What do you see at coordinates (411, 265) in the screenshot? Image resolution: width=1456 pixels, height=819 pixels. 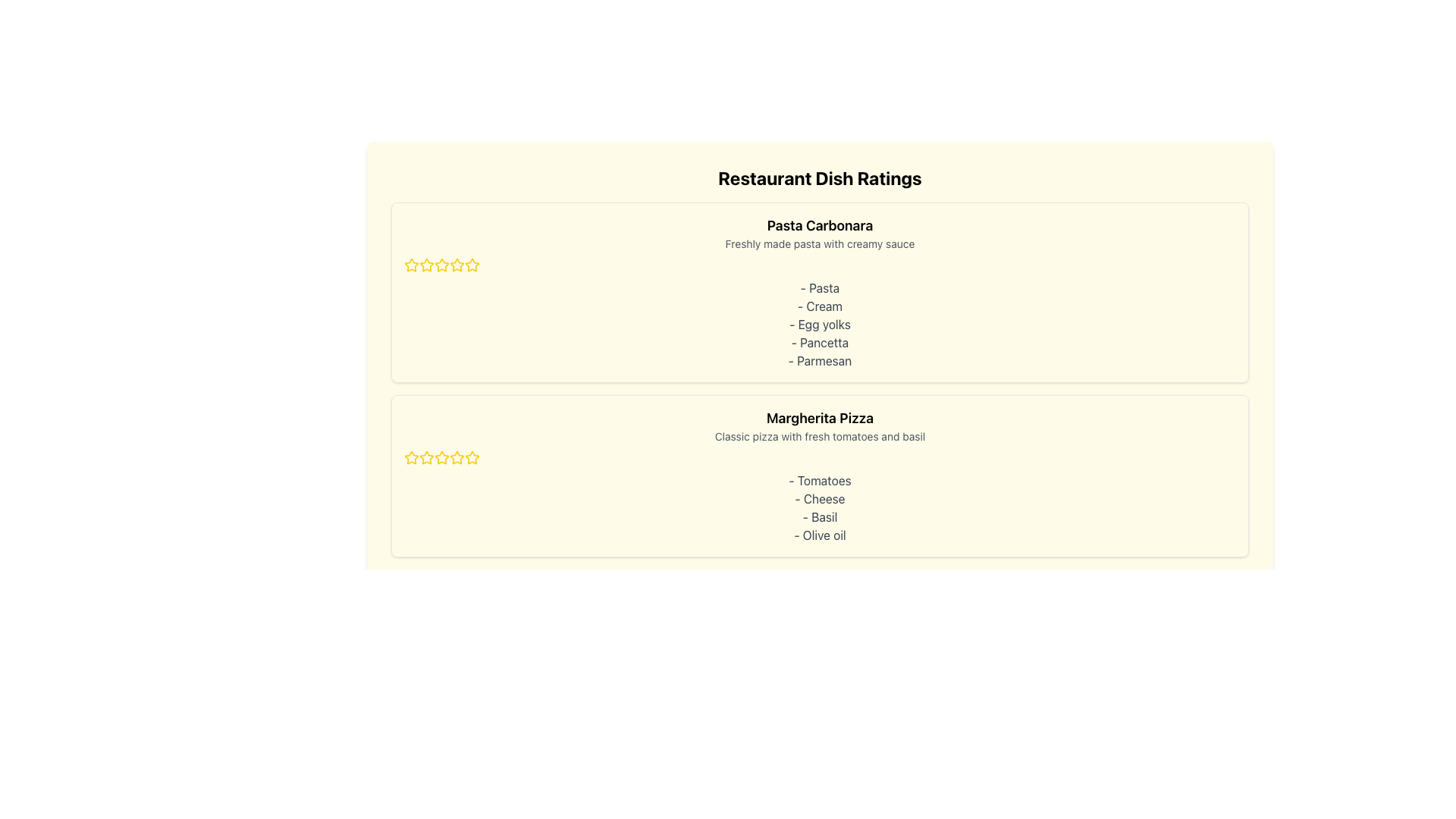 I see `the first yellow star icon in the rating section underneath the 'Pasta Carbonara' dish description to rate it` at bounding box center [411, 265].